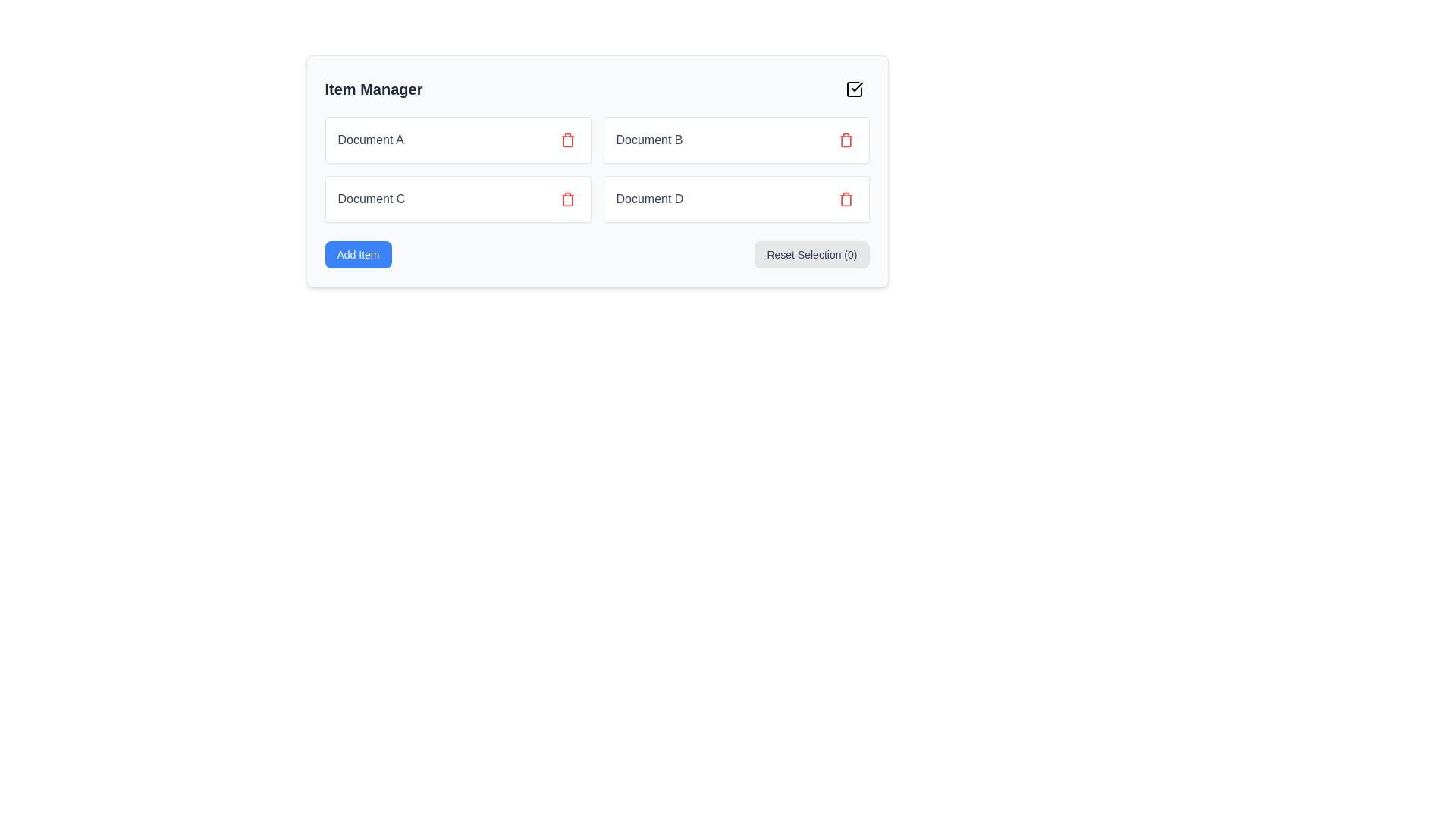  What do you see at coordinates (854, 89) in the screenshot?
I see `the square-shaped button with a checkmark icon located in the upper-right corner of the 'Item Manager' section` at bounding box center [854, 89].